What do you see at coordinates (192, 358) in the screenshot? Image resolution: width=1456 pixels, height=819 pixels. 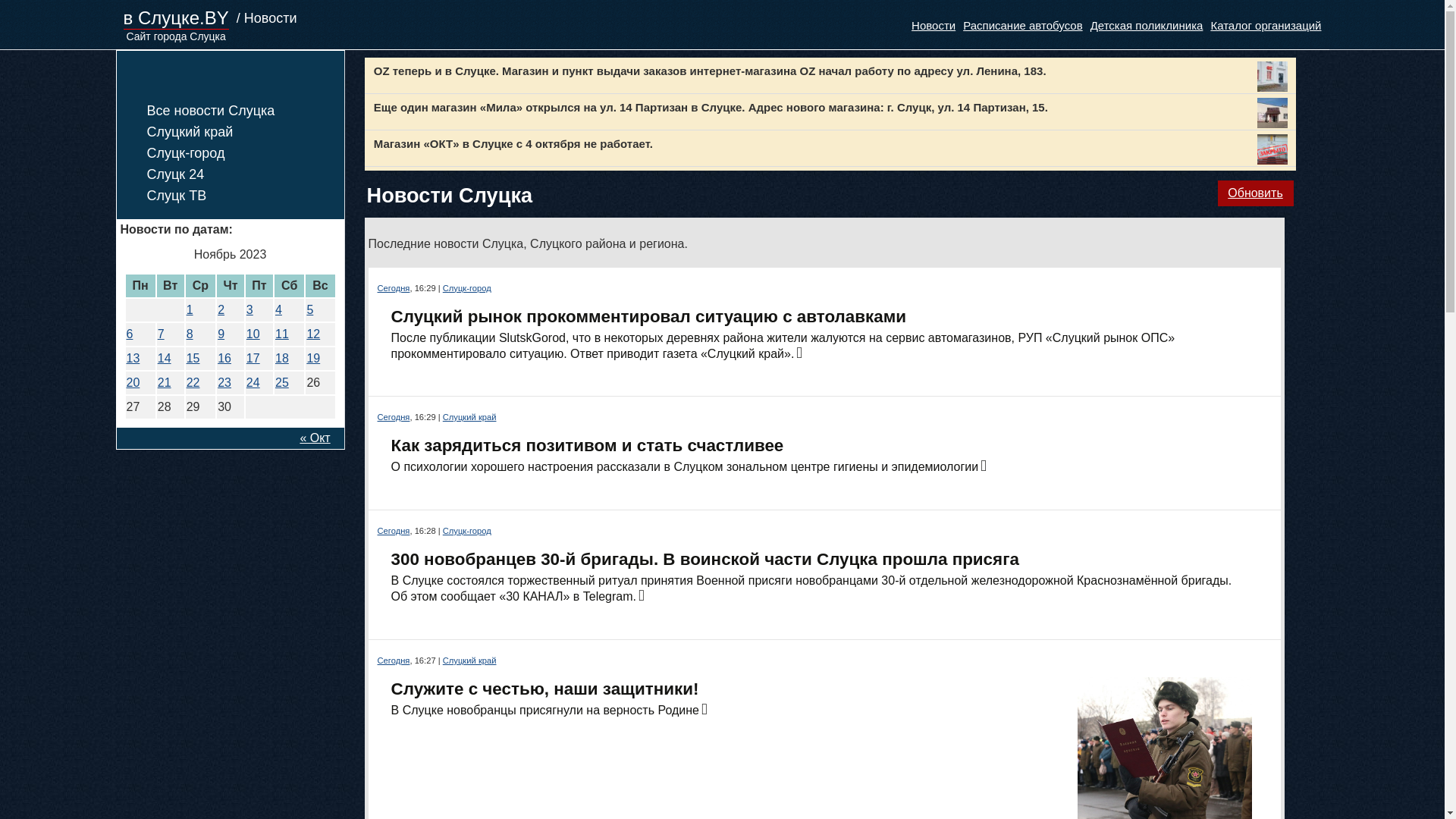 I see `'15'` at bounding box center [192, 358].